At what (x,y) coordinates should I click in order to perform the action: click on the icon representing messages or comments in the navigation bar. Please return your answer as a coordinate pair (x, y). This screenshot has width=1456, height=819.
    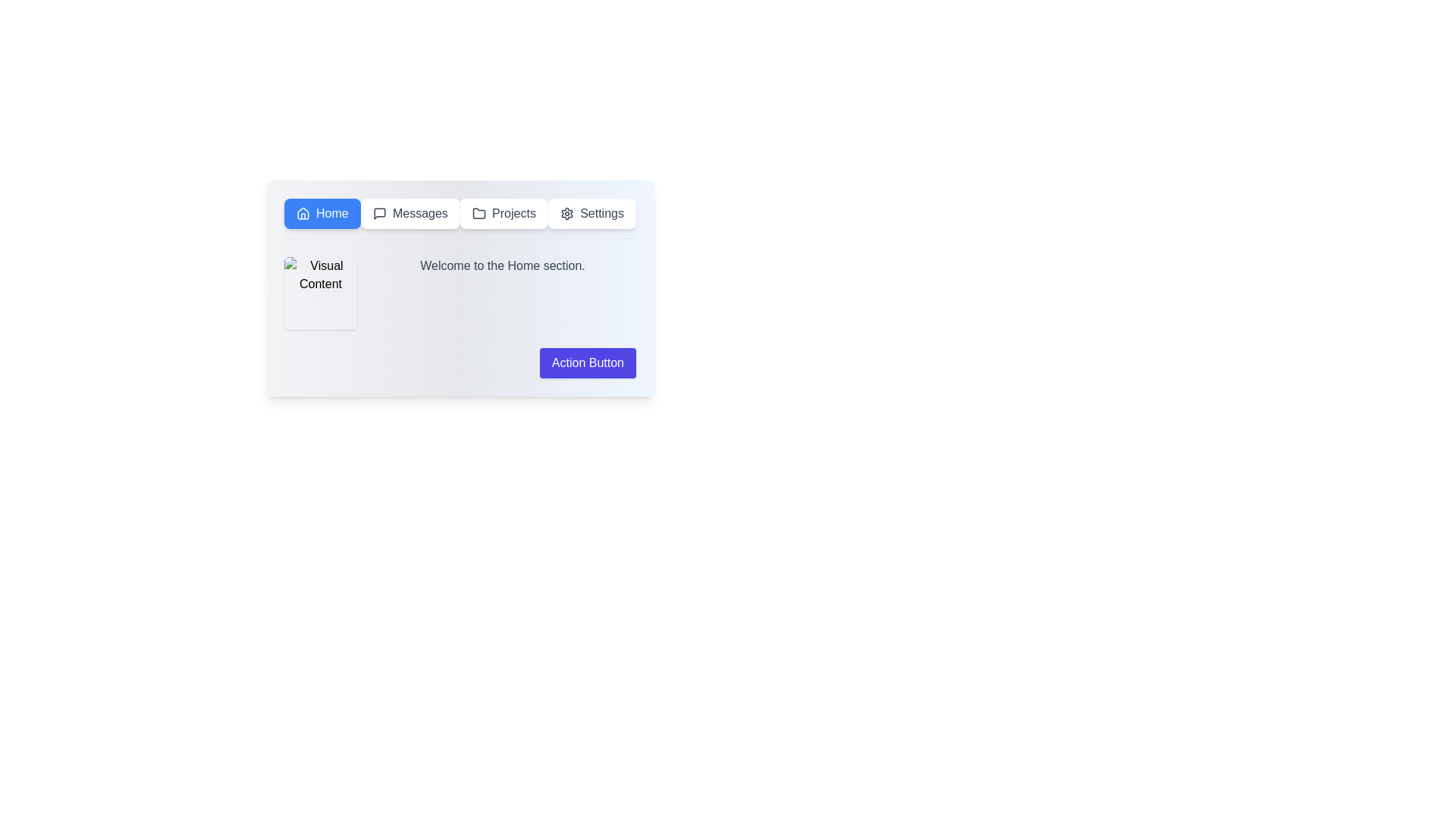
    Looking at the image, I should click on (379, 213).